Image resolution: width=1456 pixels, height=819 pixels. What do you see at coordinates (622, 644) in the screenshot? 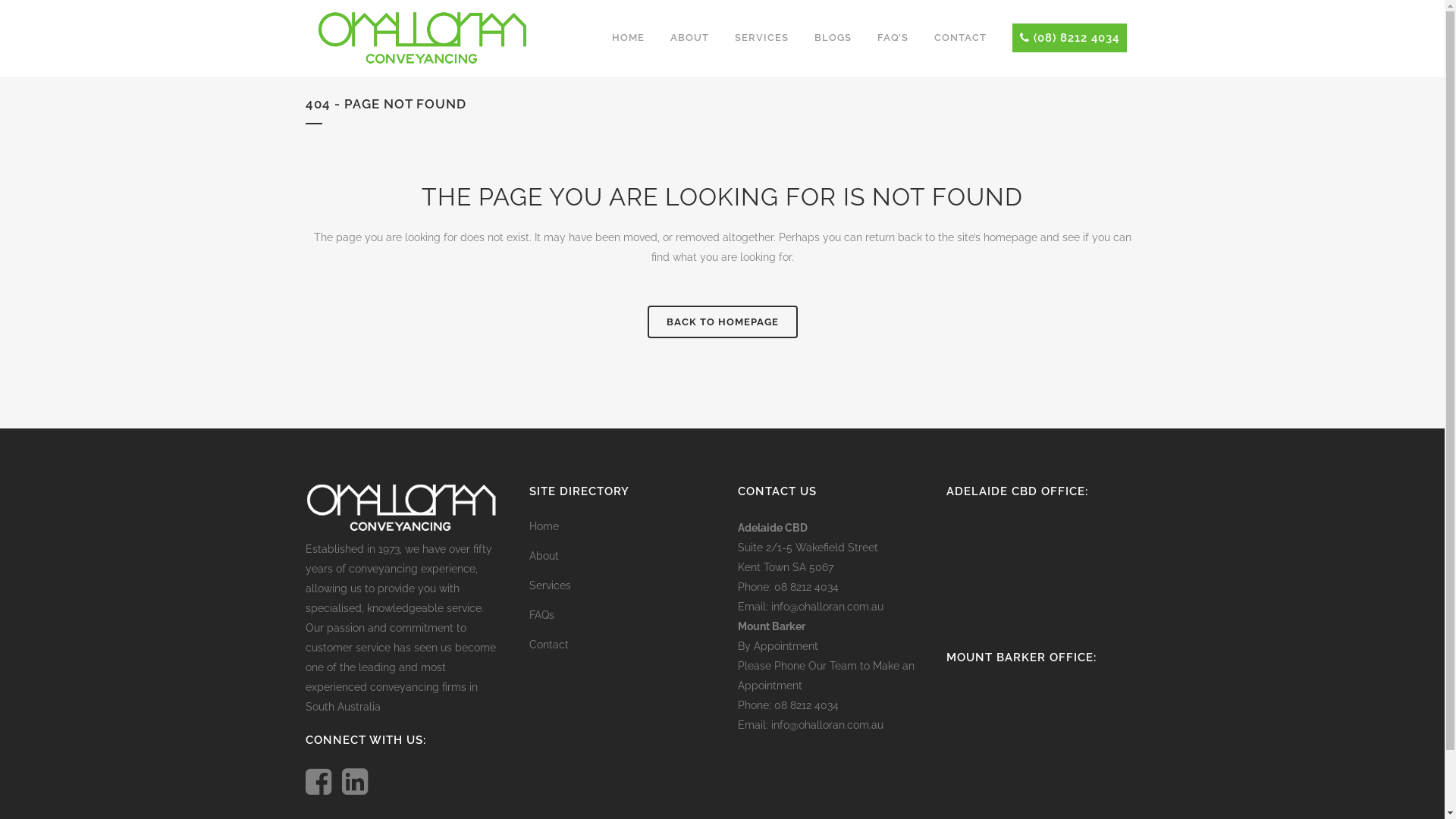
I see `'Contact'` at bounding box center [622, 644].